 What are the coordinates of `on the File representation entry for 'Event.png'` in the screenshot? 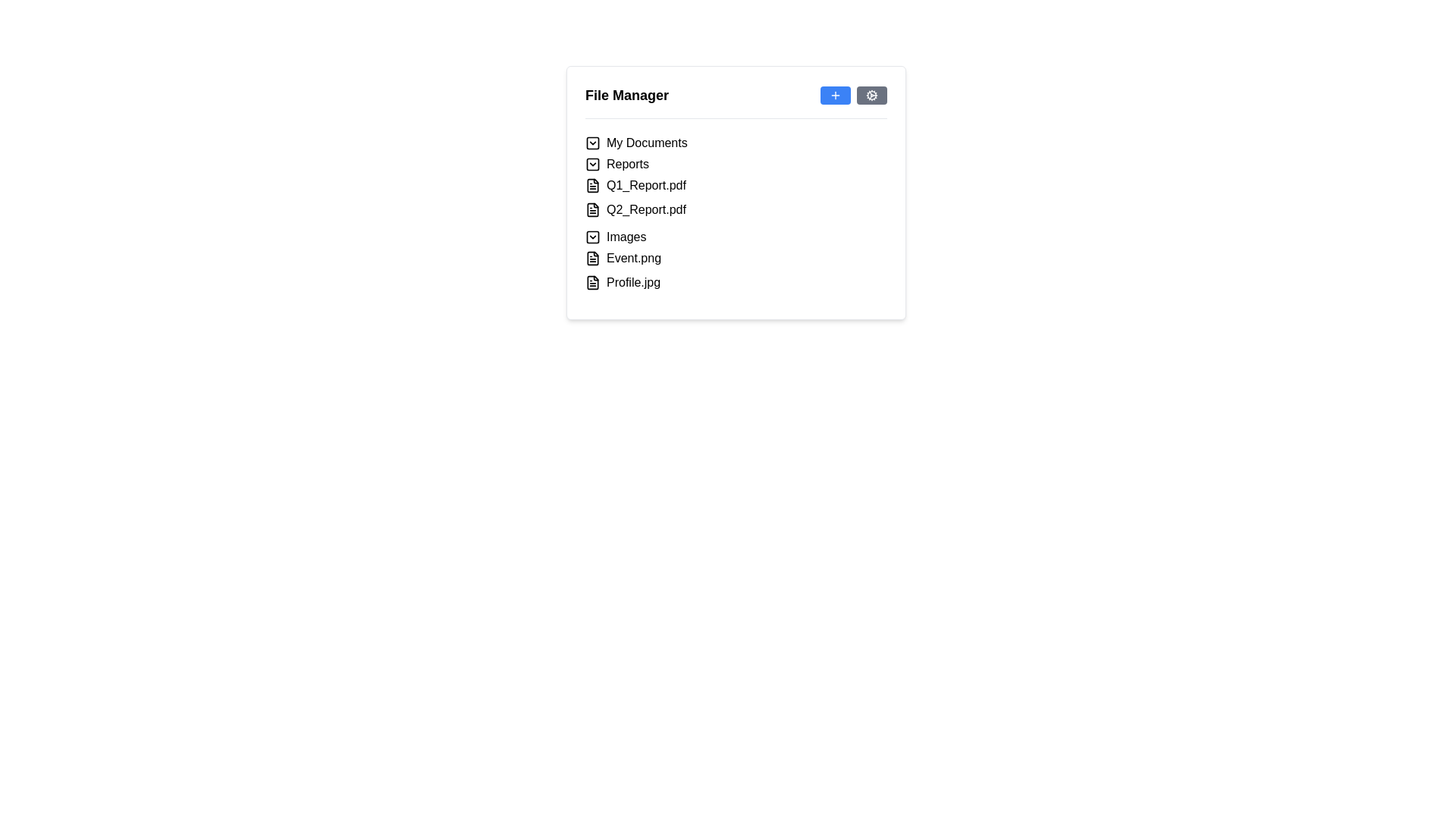 It's located at (736, 257).